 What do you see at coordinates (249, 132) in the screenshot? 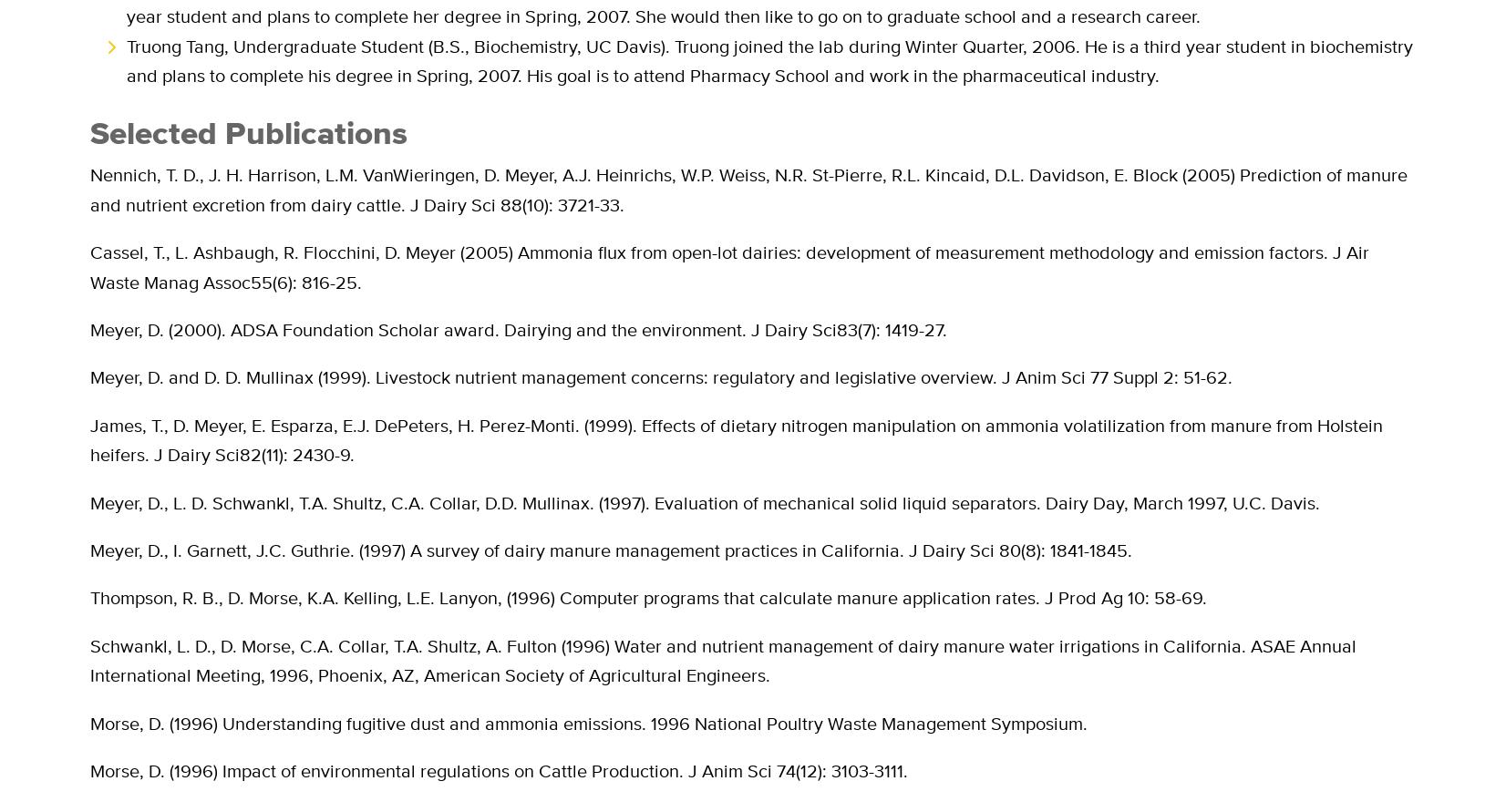
I see `'Selected Publications'` at bounding box center [249, 132].